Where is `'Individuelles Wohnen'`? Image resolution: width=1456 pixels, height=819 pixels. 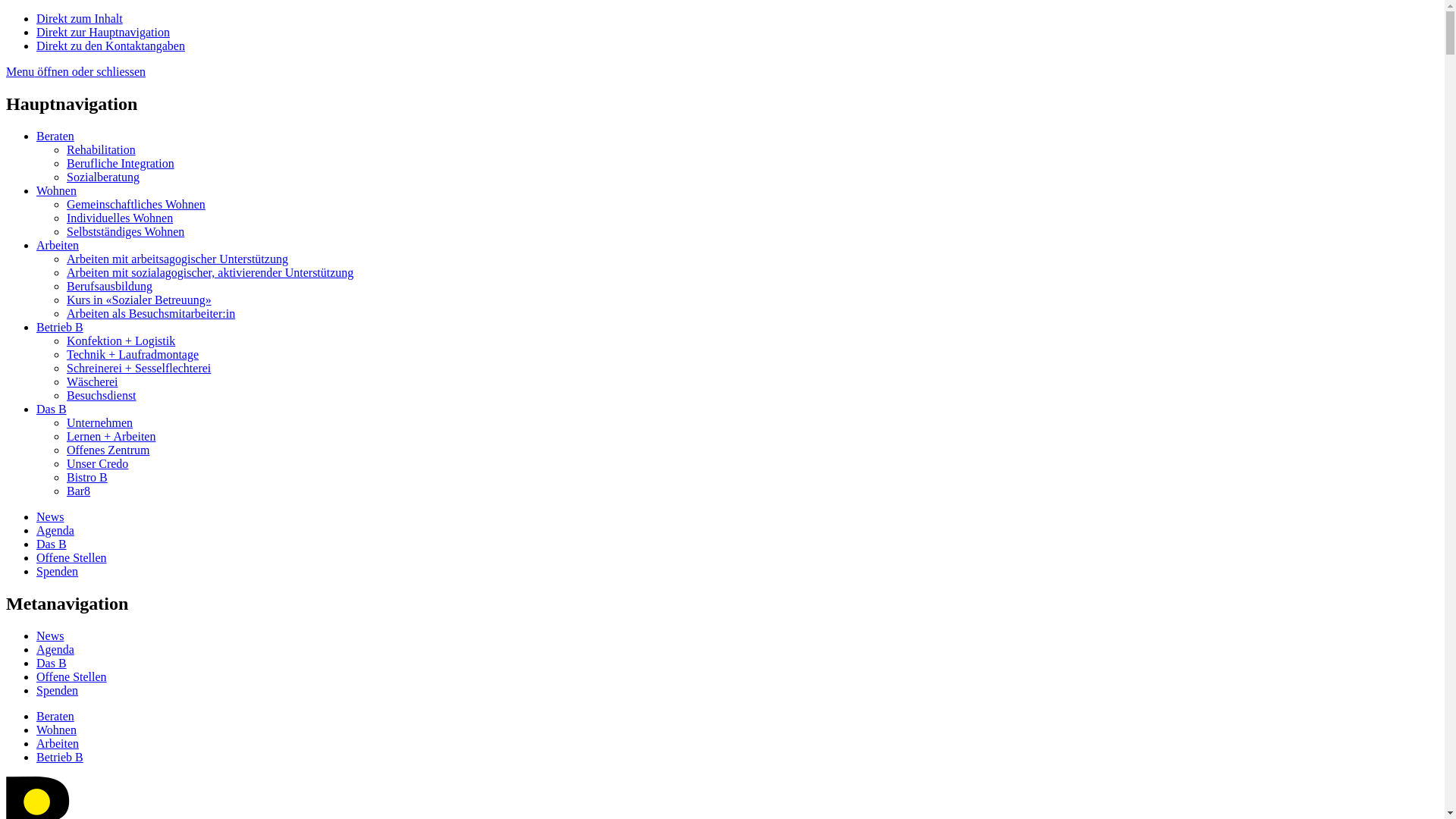 'Individuelles Wohnen' is located at coordinates (119, 218).